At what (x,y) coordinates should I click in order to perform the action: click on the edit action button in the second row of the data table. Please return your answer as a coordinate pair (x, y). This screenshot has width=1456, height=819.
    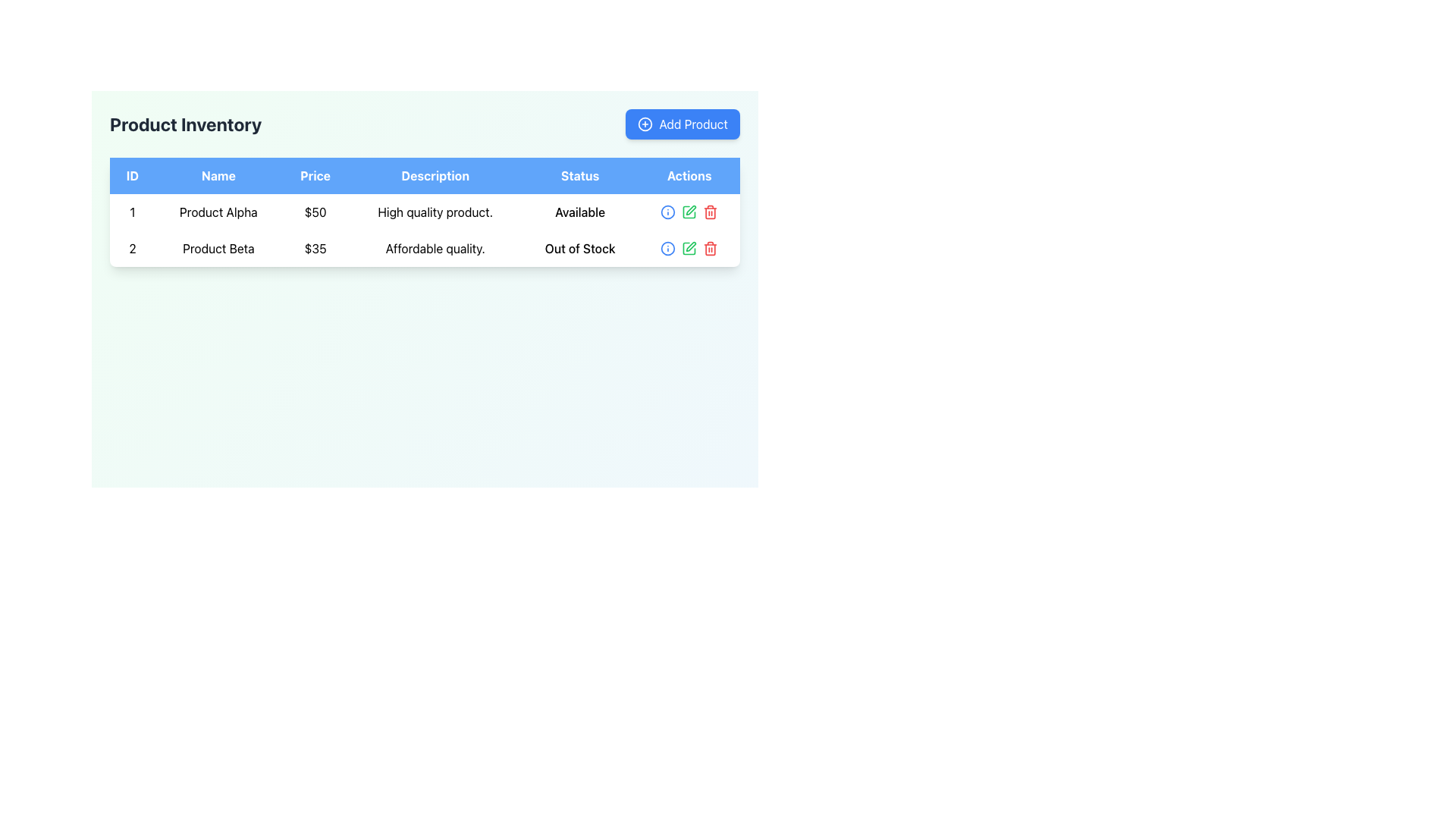
    Looking at the image, I should click on (689, 247).